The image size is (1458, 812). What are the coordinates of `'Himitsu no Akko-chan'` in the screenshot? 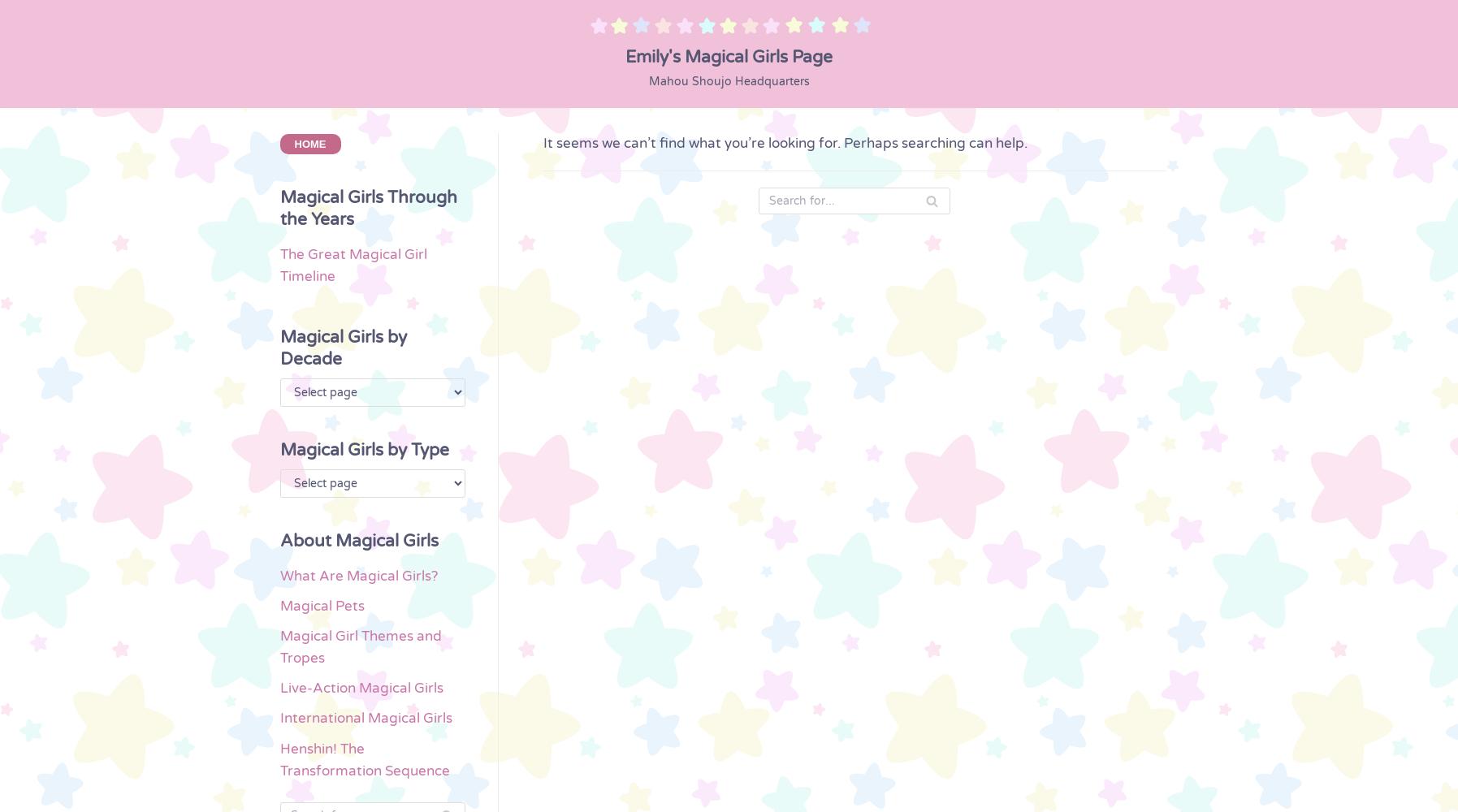 It's located at (24, 90).